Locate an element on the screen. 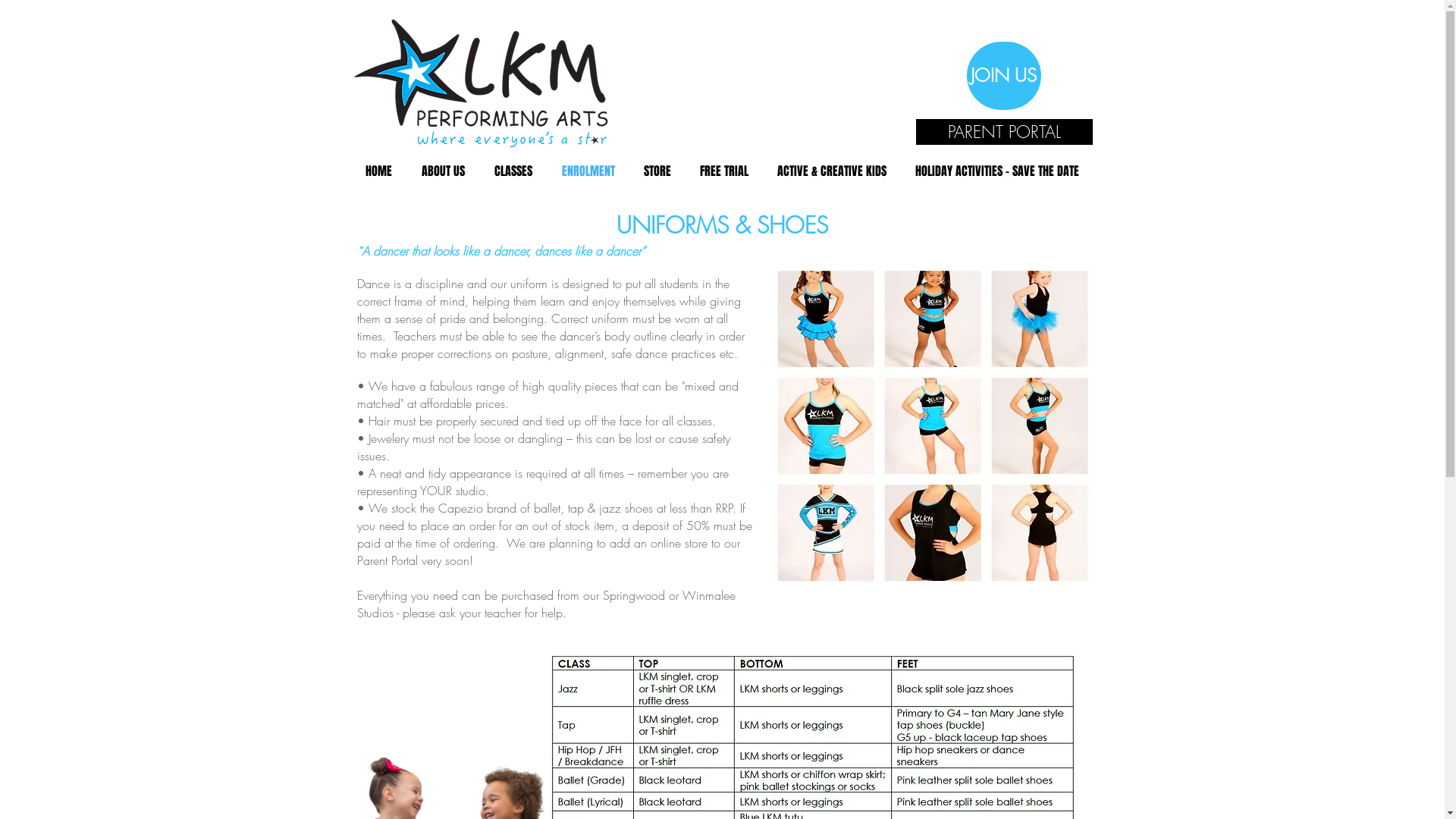  'ACTIVE & CREATIVE KIDS' is located at coordinates (831, 171).